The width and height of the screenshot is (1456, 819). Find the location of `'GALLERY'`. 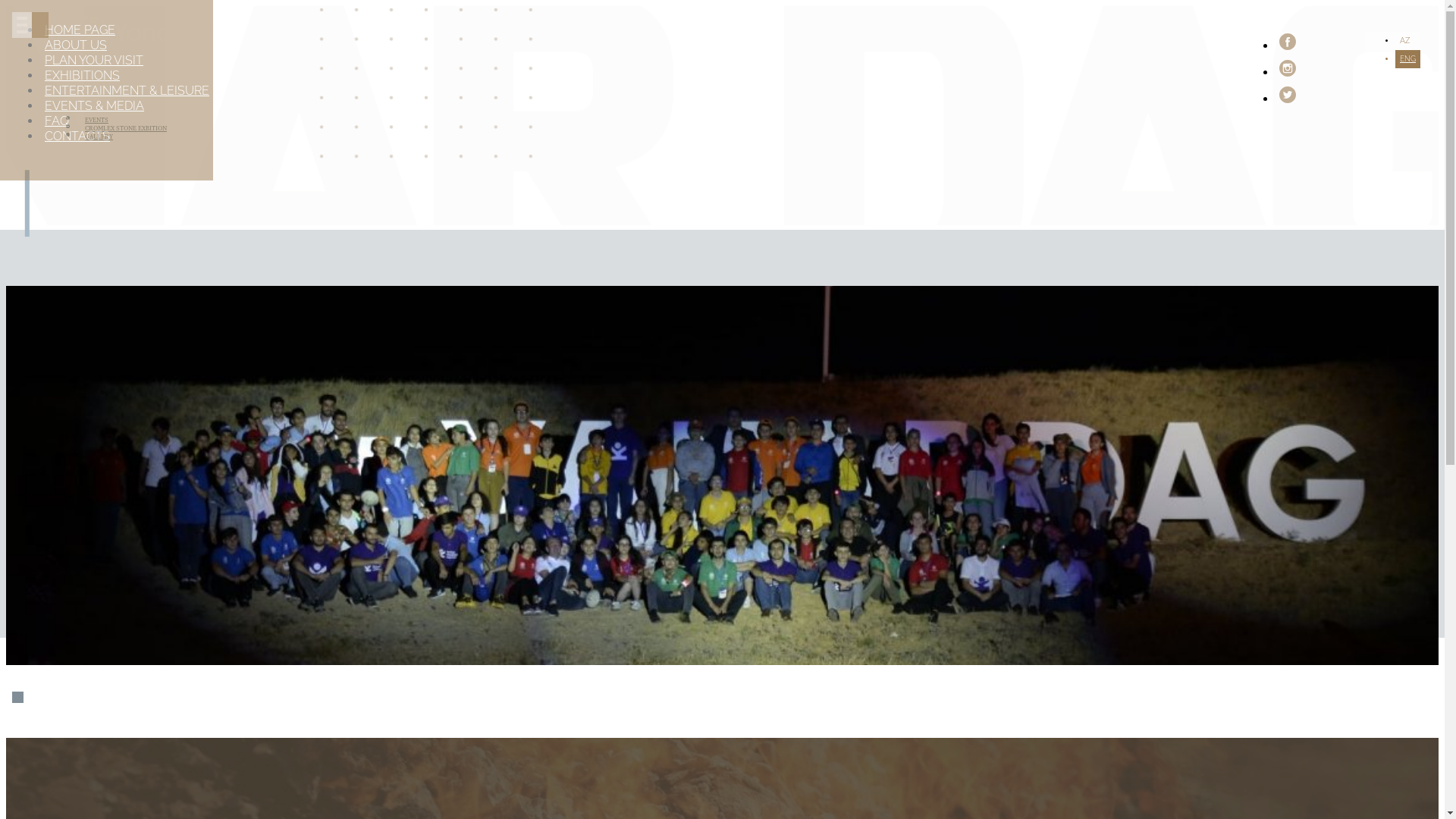

'GALLERY' is located at coordinates (98, 136).